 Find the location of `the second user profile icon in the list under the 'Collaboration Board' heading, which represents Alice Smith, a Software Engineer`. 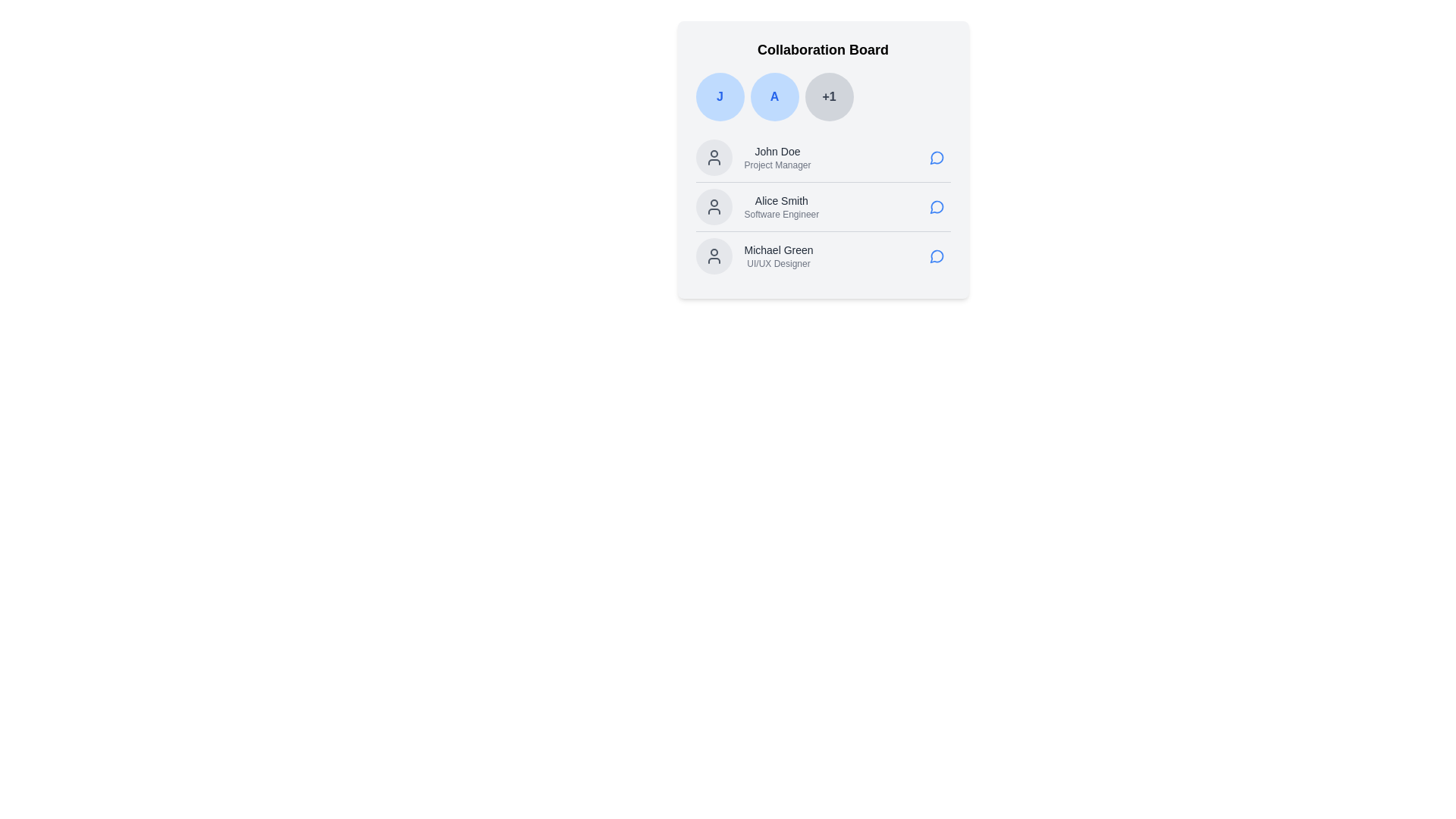

the second user profile icon in the list under the 'Collaboration Board' heading, which represents Alice Smith, a Software Engineer is located at coordinates (713, 207).